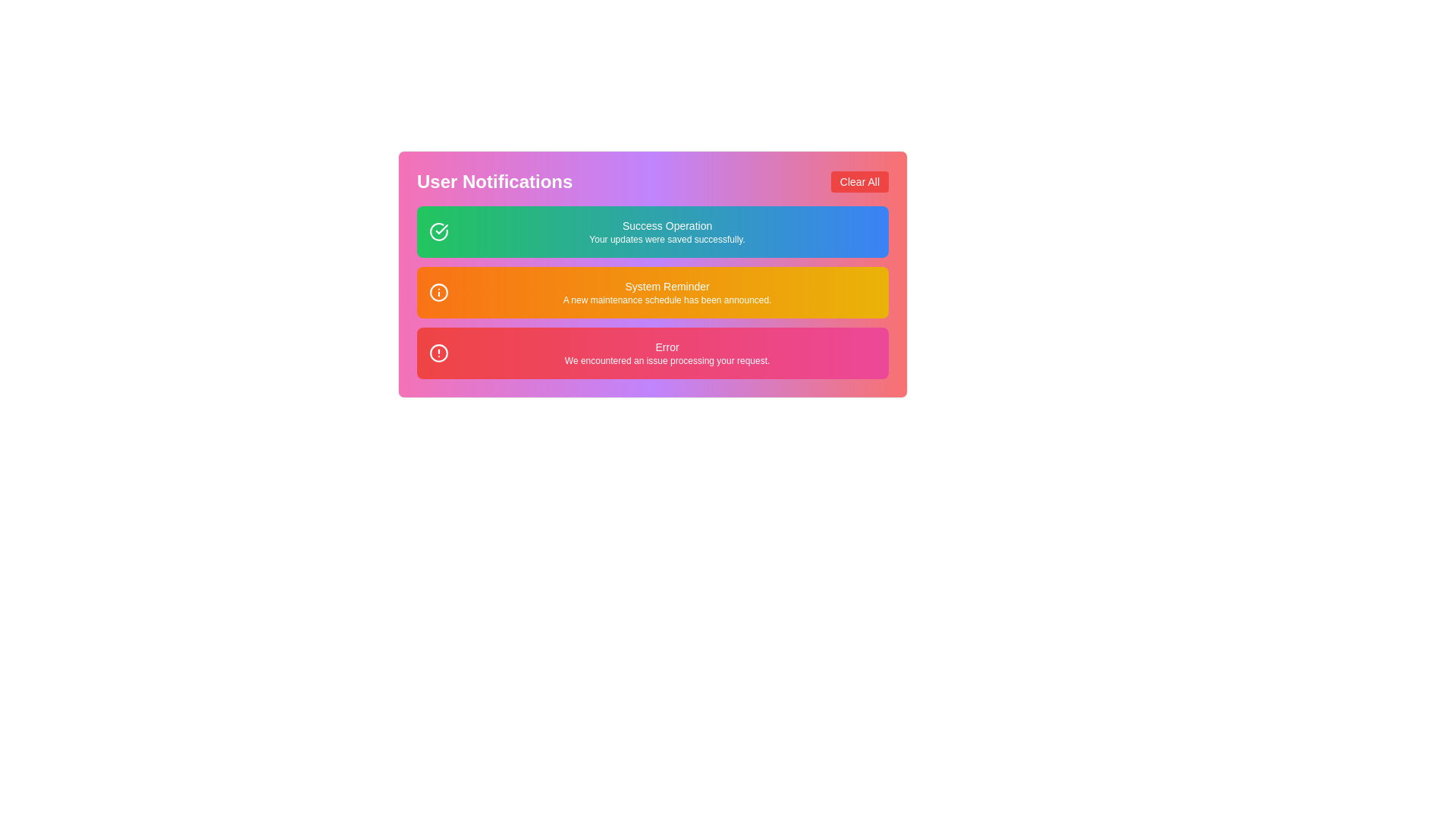 This screenshot has height=819, width=1456. What do you see at coordinates (859, 180) in the screenshot?
I see `the clear notifications button located in the upper-right corner of the notification panel` at bounding box center [859, 180].